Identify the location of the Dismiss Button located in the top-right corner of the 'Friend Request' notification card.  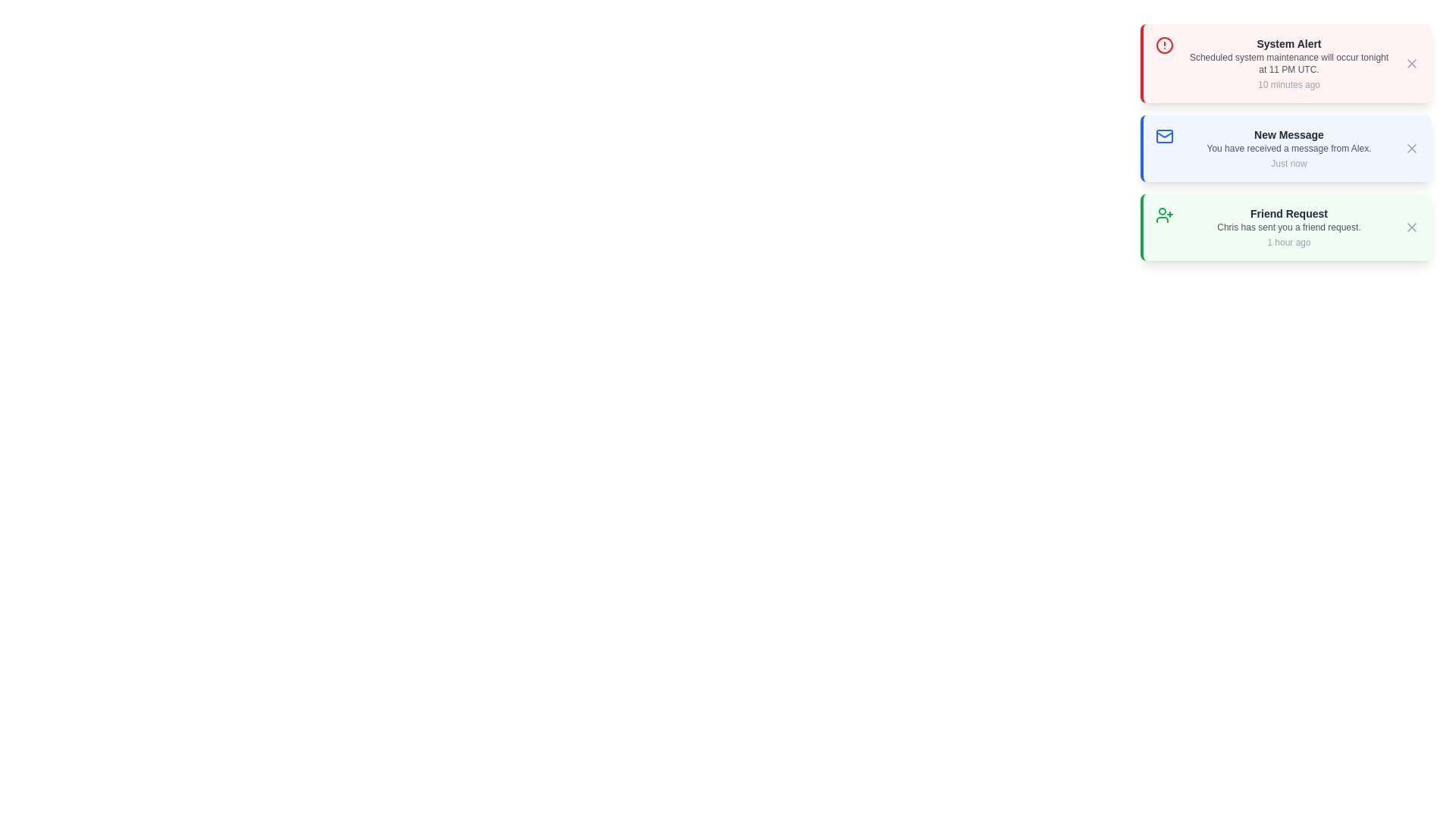
(1411, 227).